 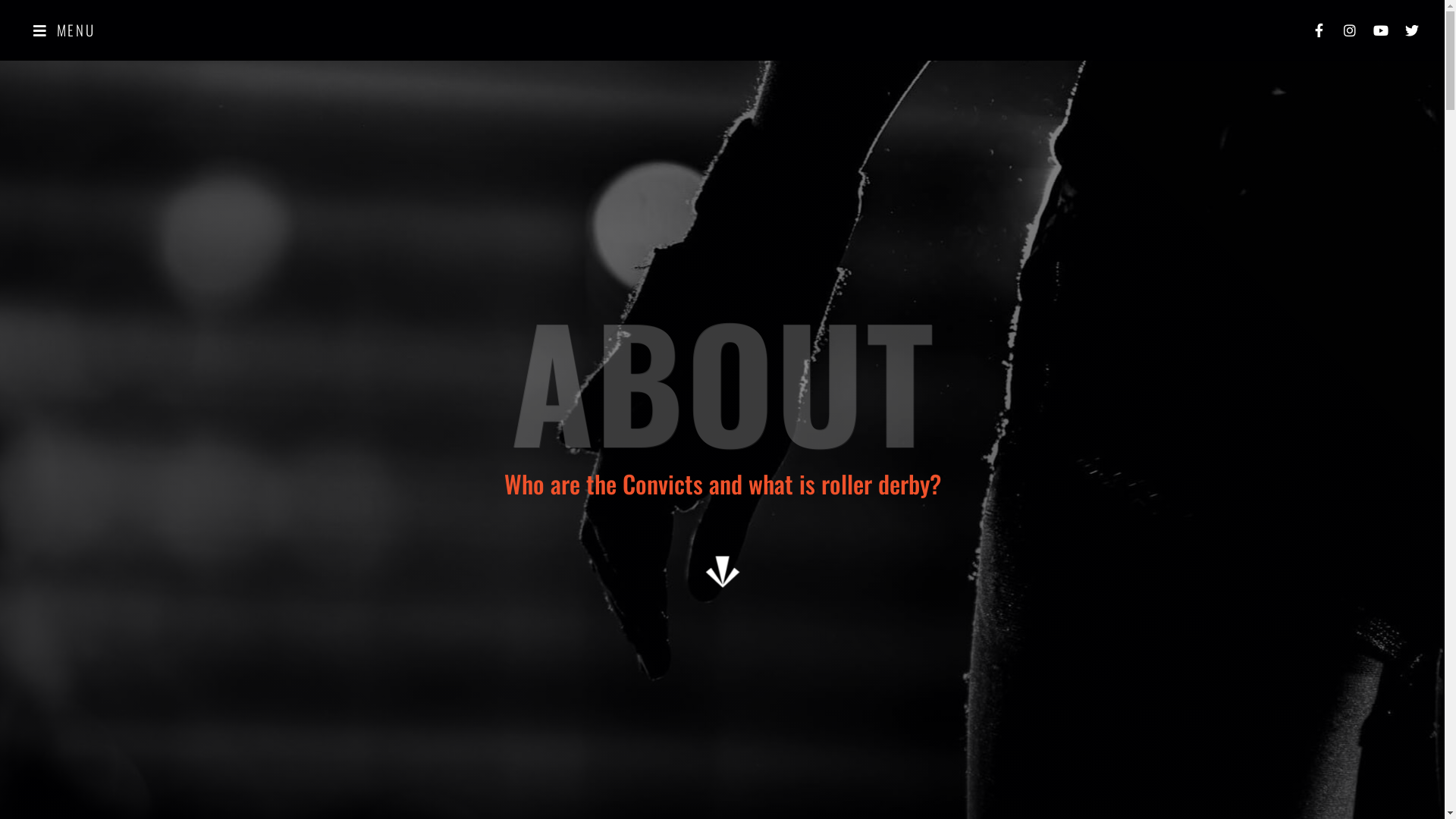 What do you see at coordinates (1397, 30) in the screenshot?
I see `'Twitter'` at bounding box center [1397, 30].